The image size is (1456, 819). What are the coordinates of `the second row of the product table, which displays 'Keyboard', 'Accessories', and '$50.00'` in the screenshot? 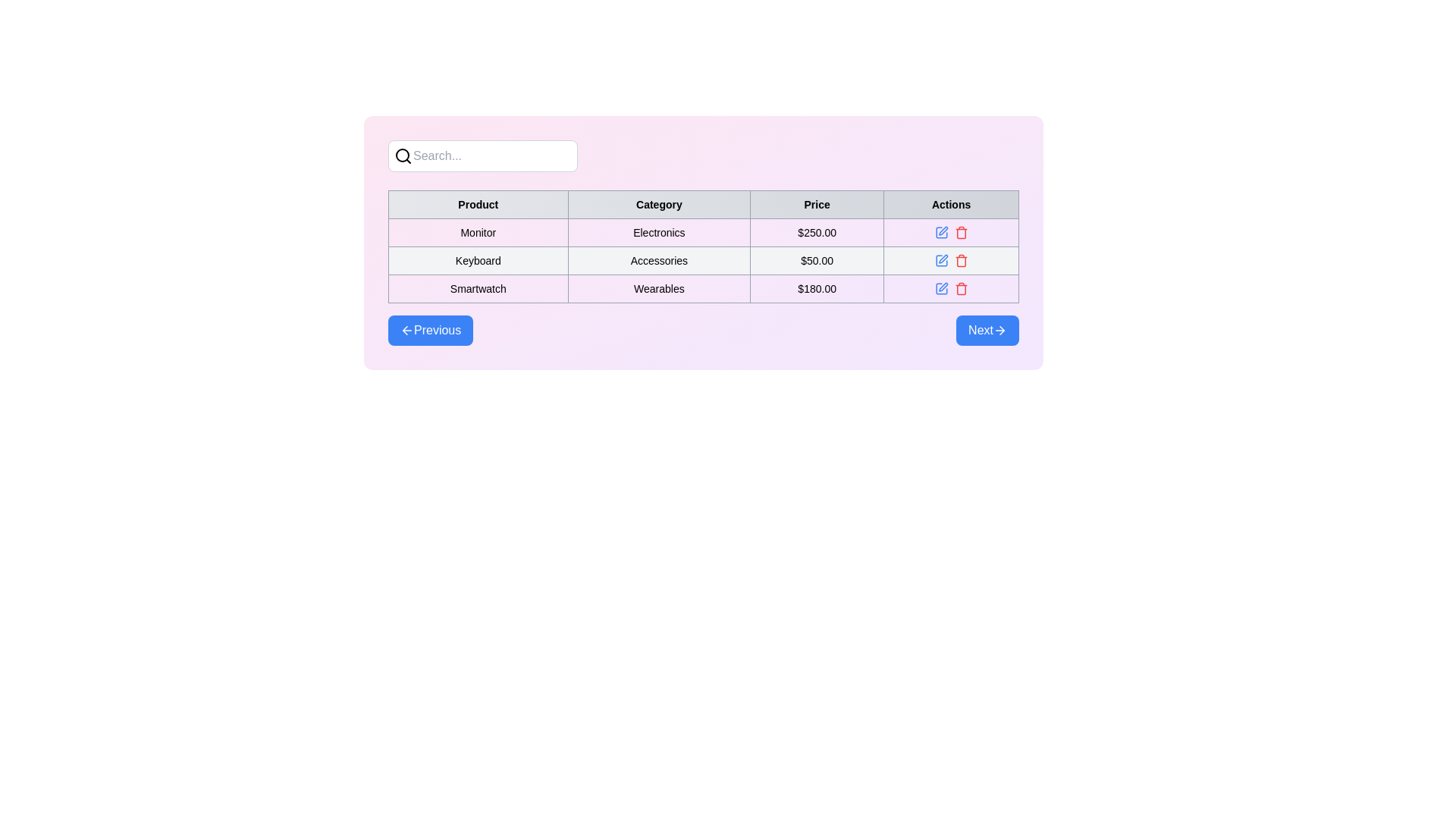 It's located at (702, 259).